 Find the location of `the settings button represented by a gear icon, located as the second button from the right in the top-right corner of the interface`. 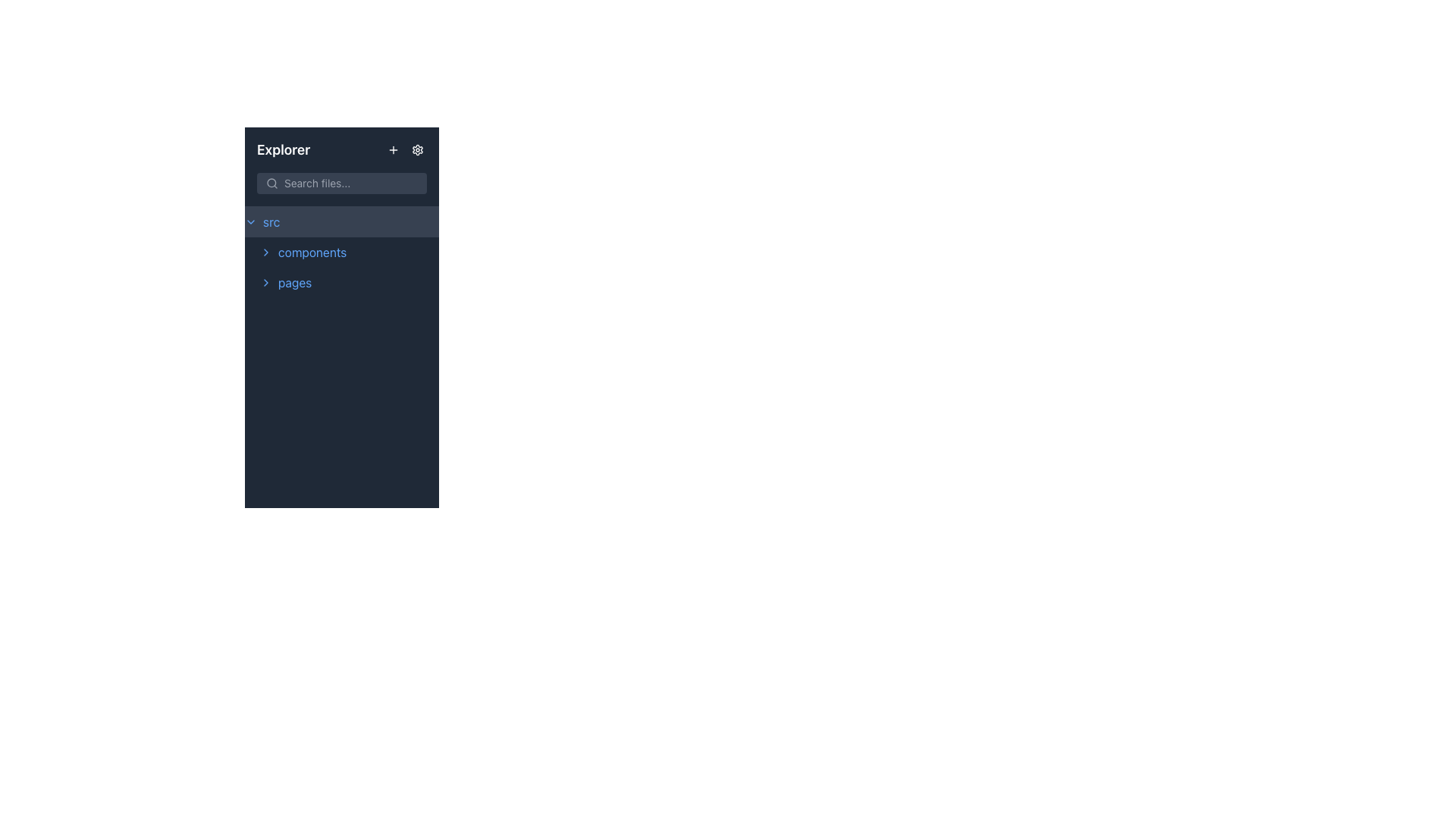

the settings button represented by a gear icon, located as the second button from the right in the top-right corner of the interface is located at coordinates (418, 149).